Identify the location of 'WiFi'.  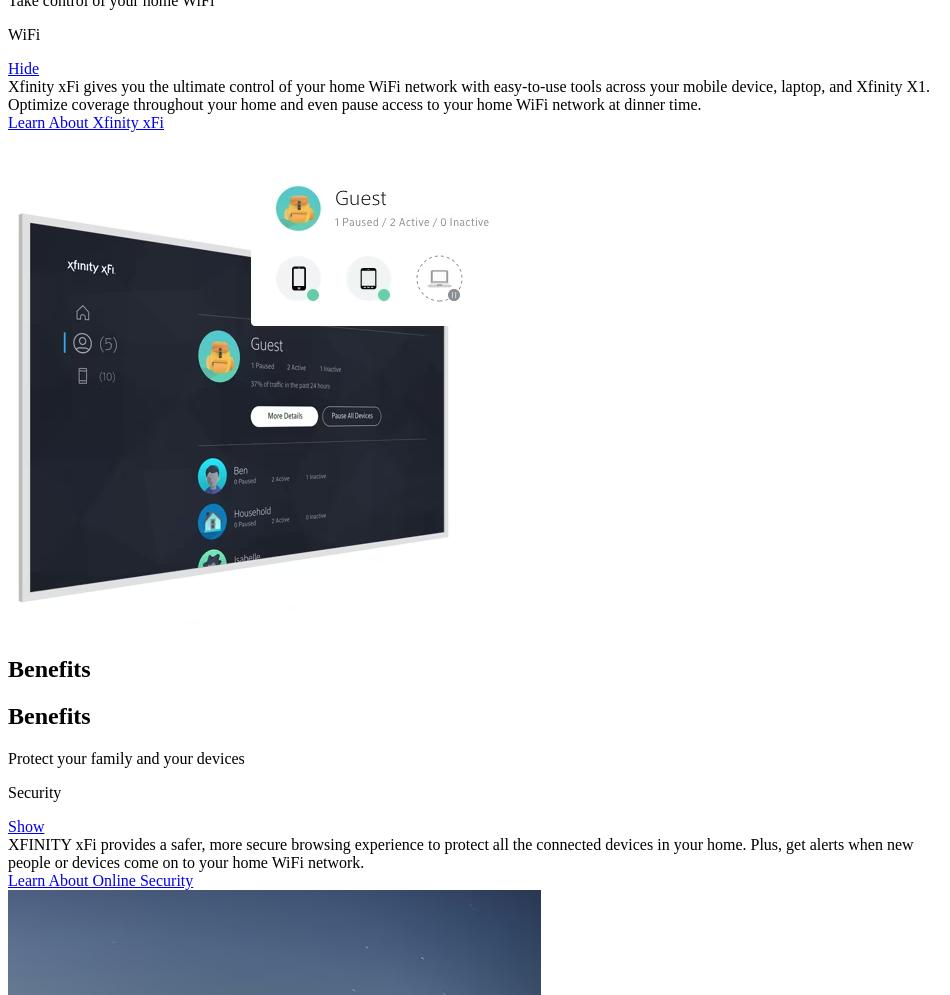
(24, 34).